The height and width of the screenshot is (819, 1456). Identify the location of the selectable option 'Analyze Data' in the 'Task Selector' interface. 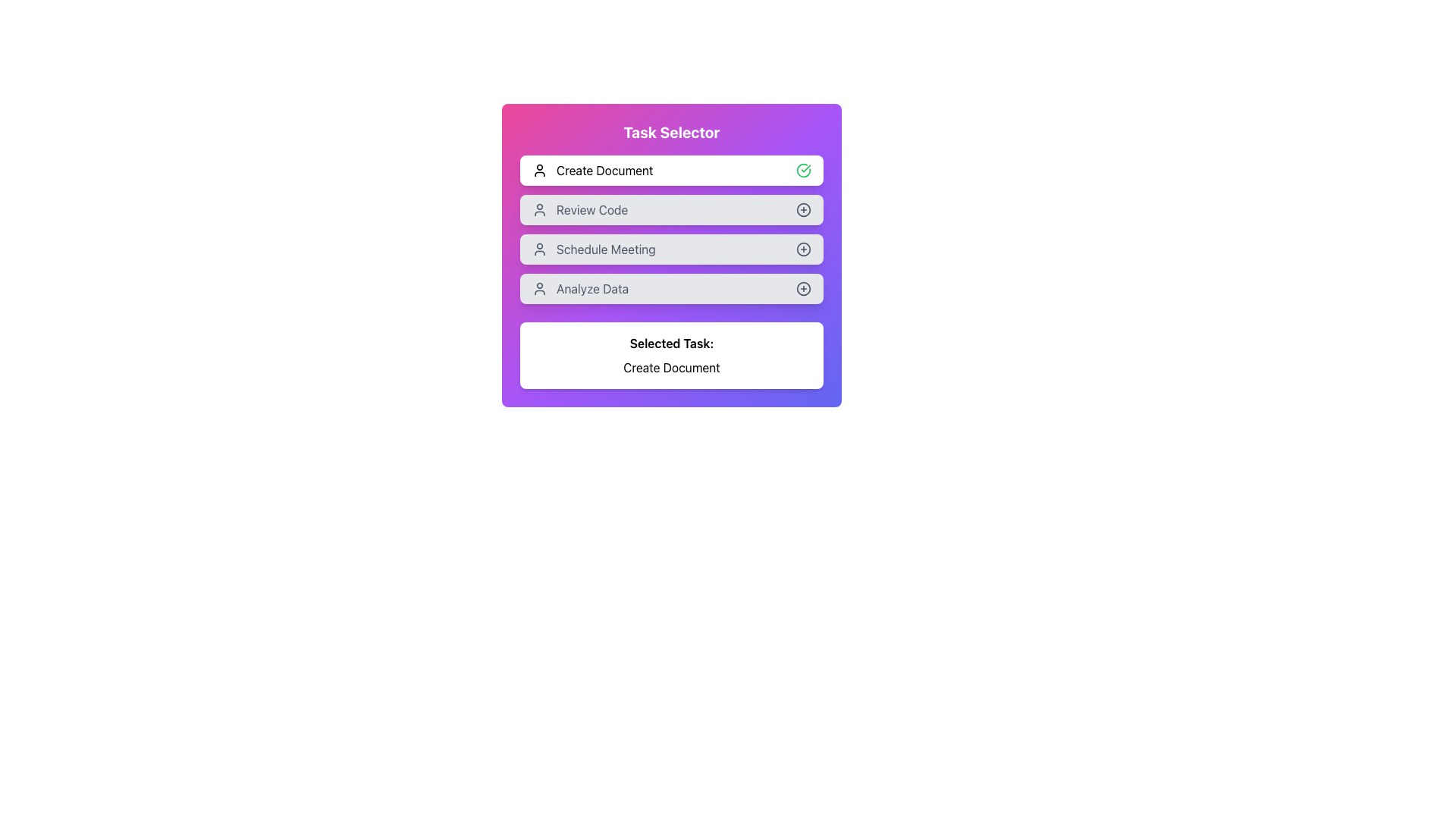
(579, 289).